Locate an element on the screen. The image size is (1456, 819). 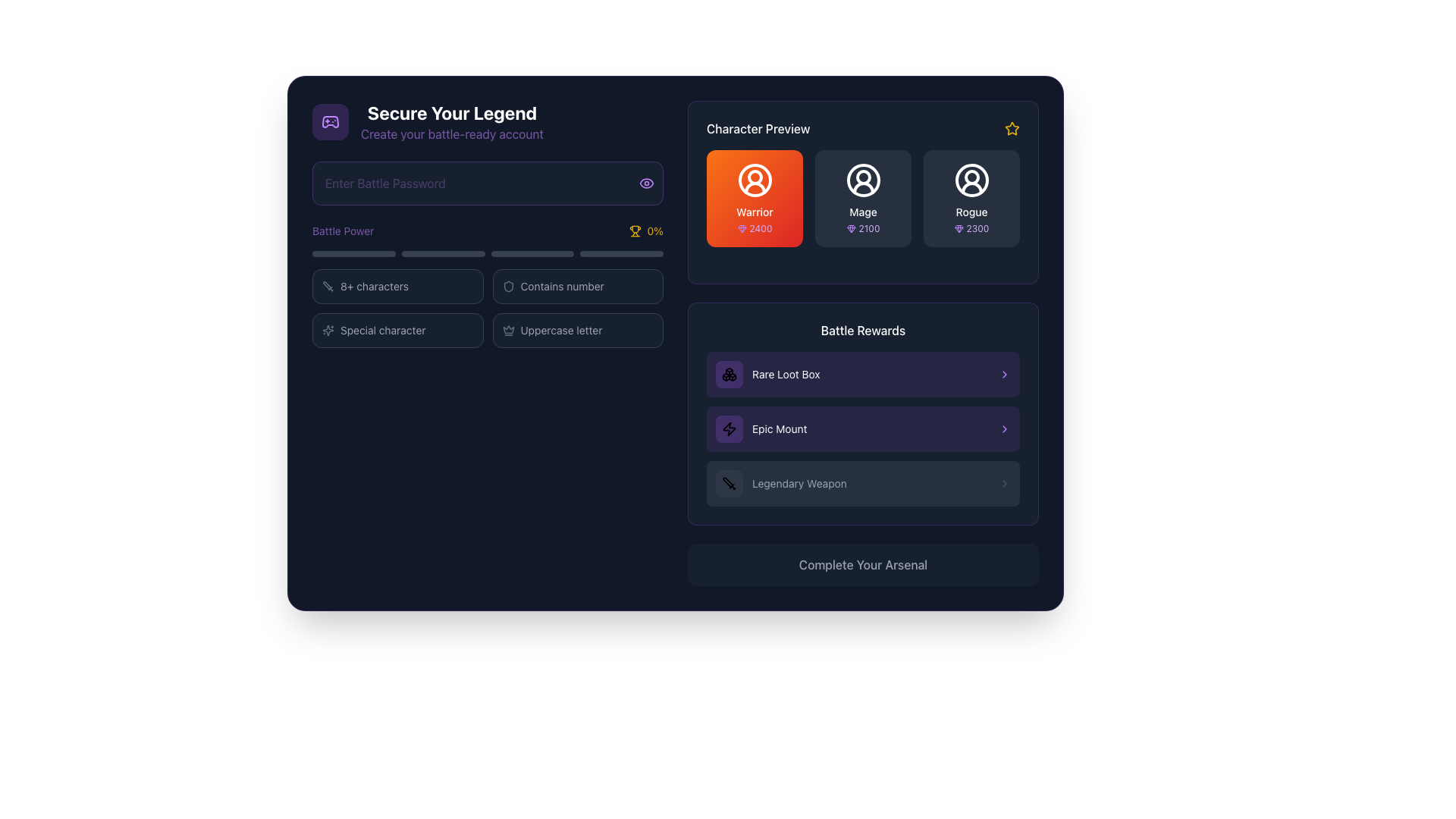
the Label displaying the power level for the 'Warrior' character option in the 'Character Preview' section is located at coordinates (755, 228).